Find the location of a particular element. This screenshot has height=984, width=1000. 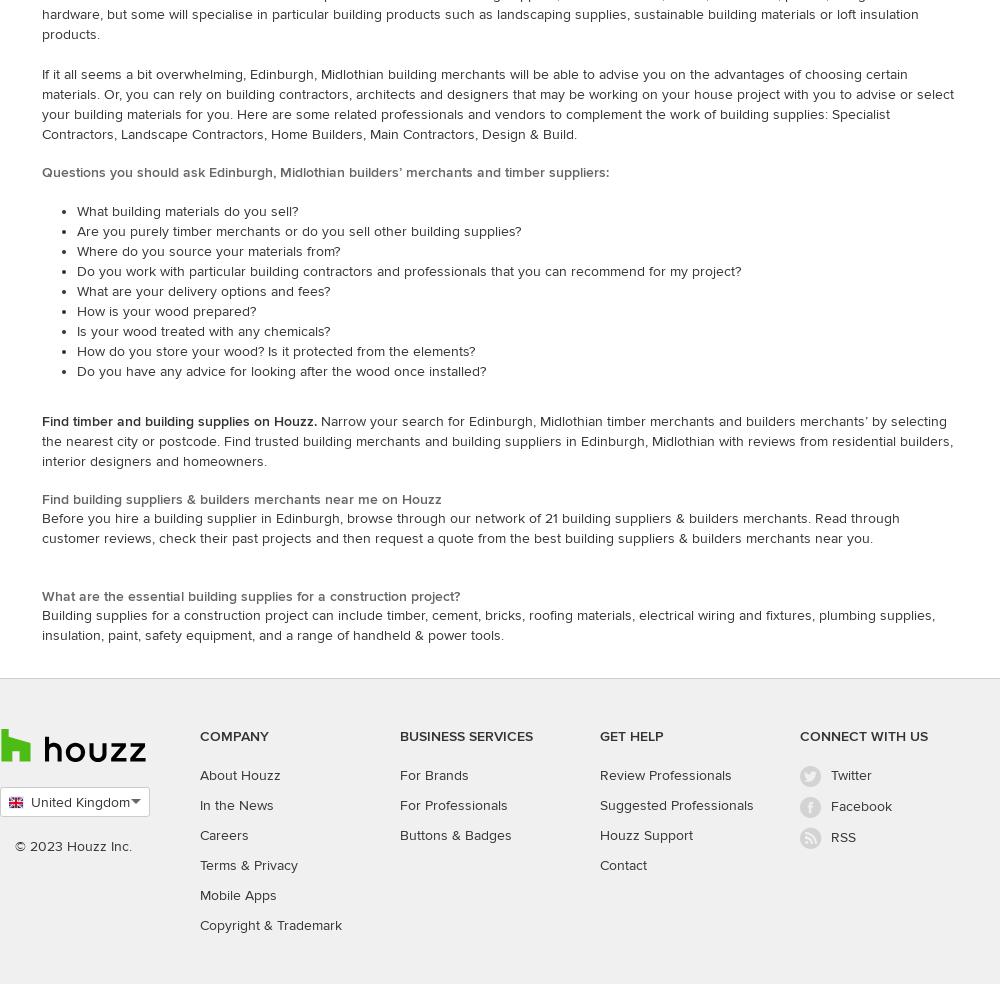

'Terms' is located at coordinates (199, 864).